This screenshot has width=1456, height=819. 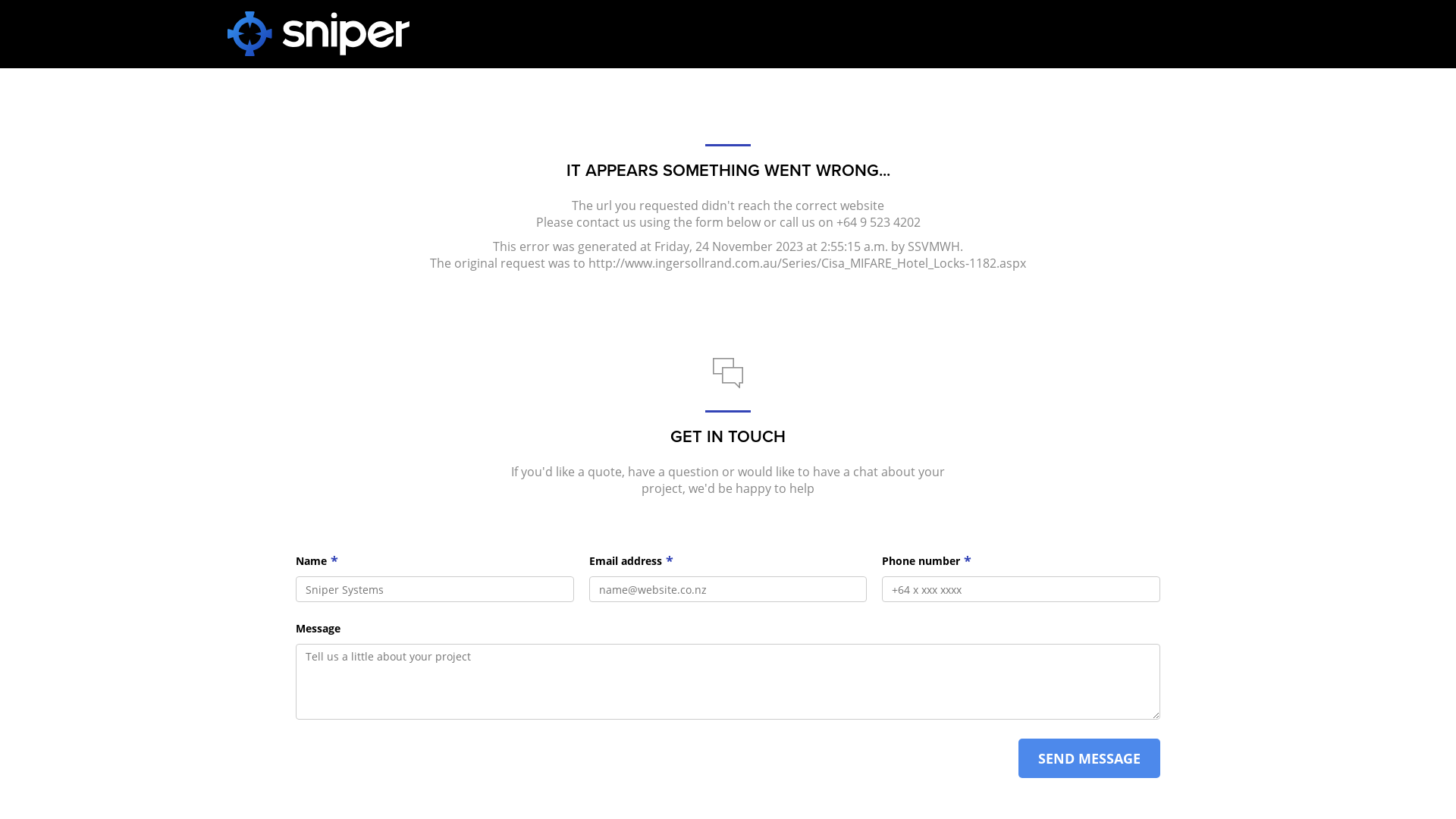 What do you see at coordinates (1018, 758) in the screenshot?
I see `'SEND MESSAGE'` at bounding box center [1018, 758].